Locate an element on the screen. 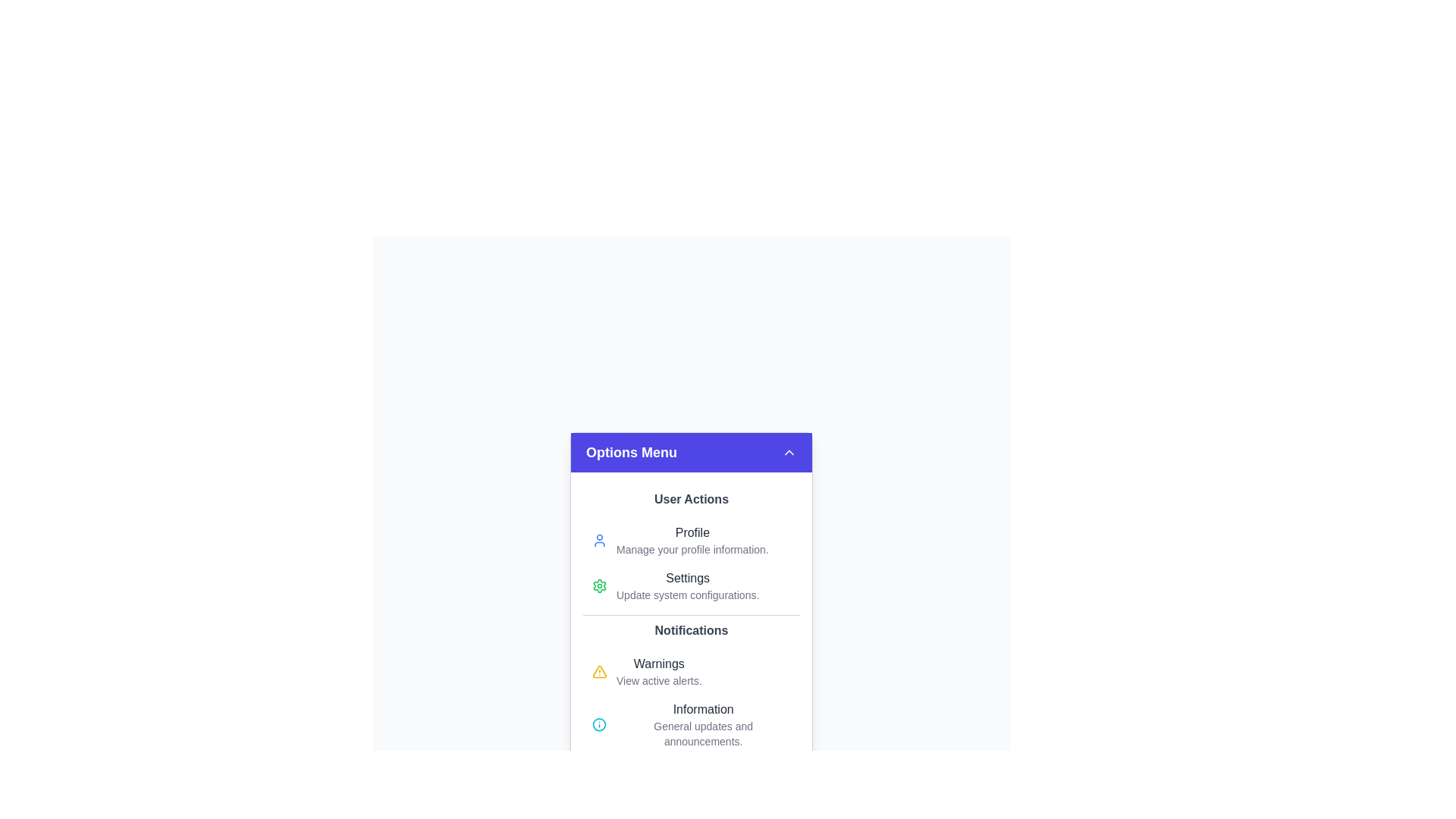 The width and height of the screenshot is (1456, 819). the button located is located at coordinates (691, 724).